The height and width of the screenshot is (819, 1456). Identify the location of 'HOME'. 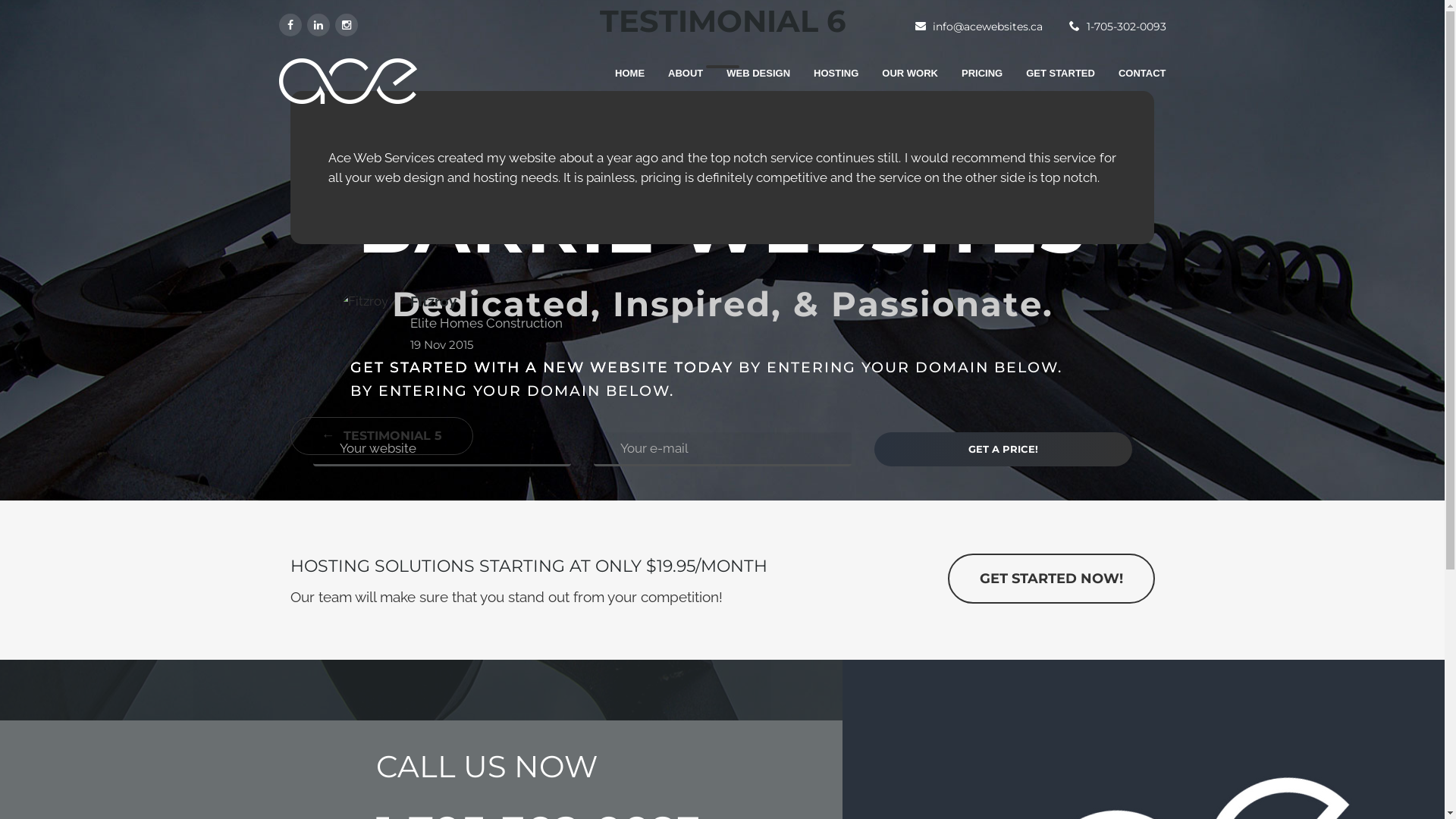
(619, 81).